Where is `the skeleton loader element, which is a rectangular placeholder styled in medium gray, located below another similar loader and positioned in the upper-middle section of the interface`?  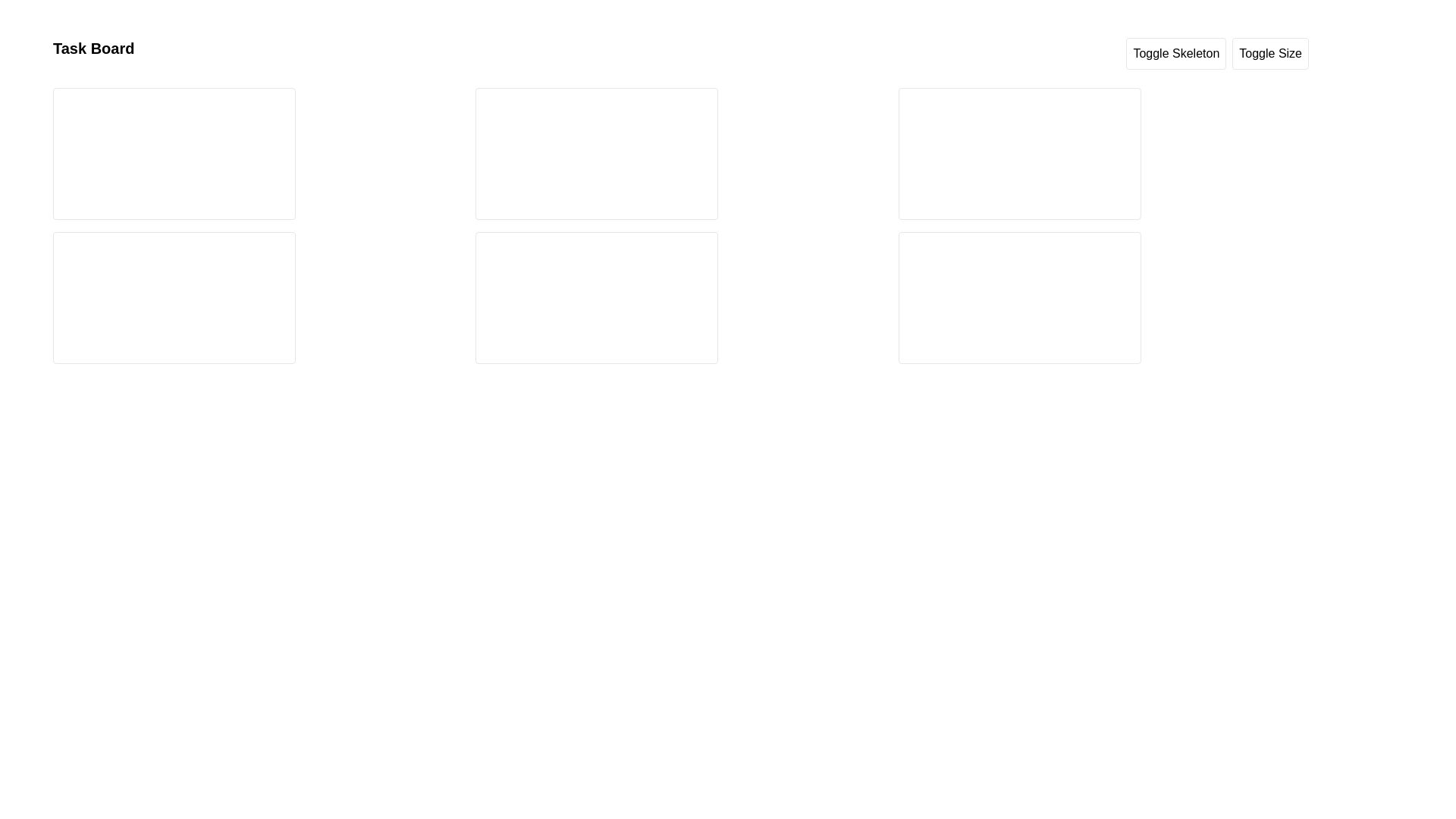 the skeleton loader element, which is a rectangular placeholder styled in medium gray, located below another similar loader and positioned in the upper-middle section of the interface is located at coordinates (993, 124).